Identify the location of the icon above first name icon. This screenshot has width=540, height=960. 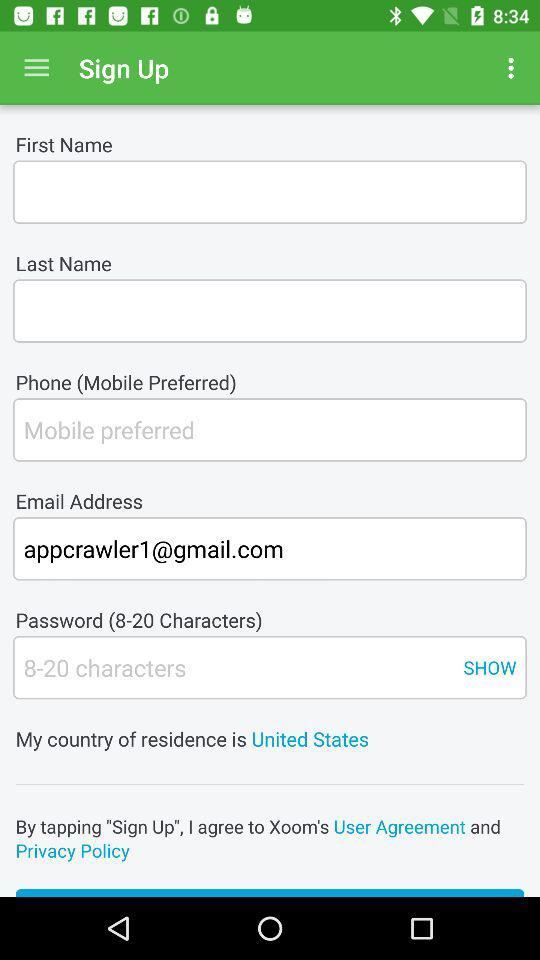
(36, 68).